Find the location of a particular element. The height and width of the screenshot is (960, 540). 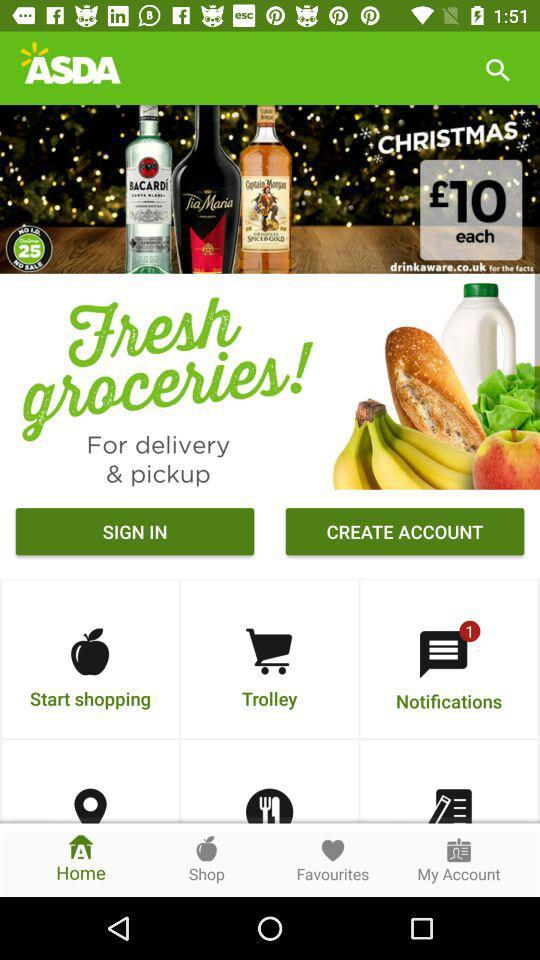

the home button is located at coordinates (80, 859).